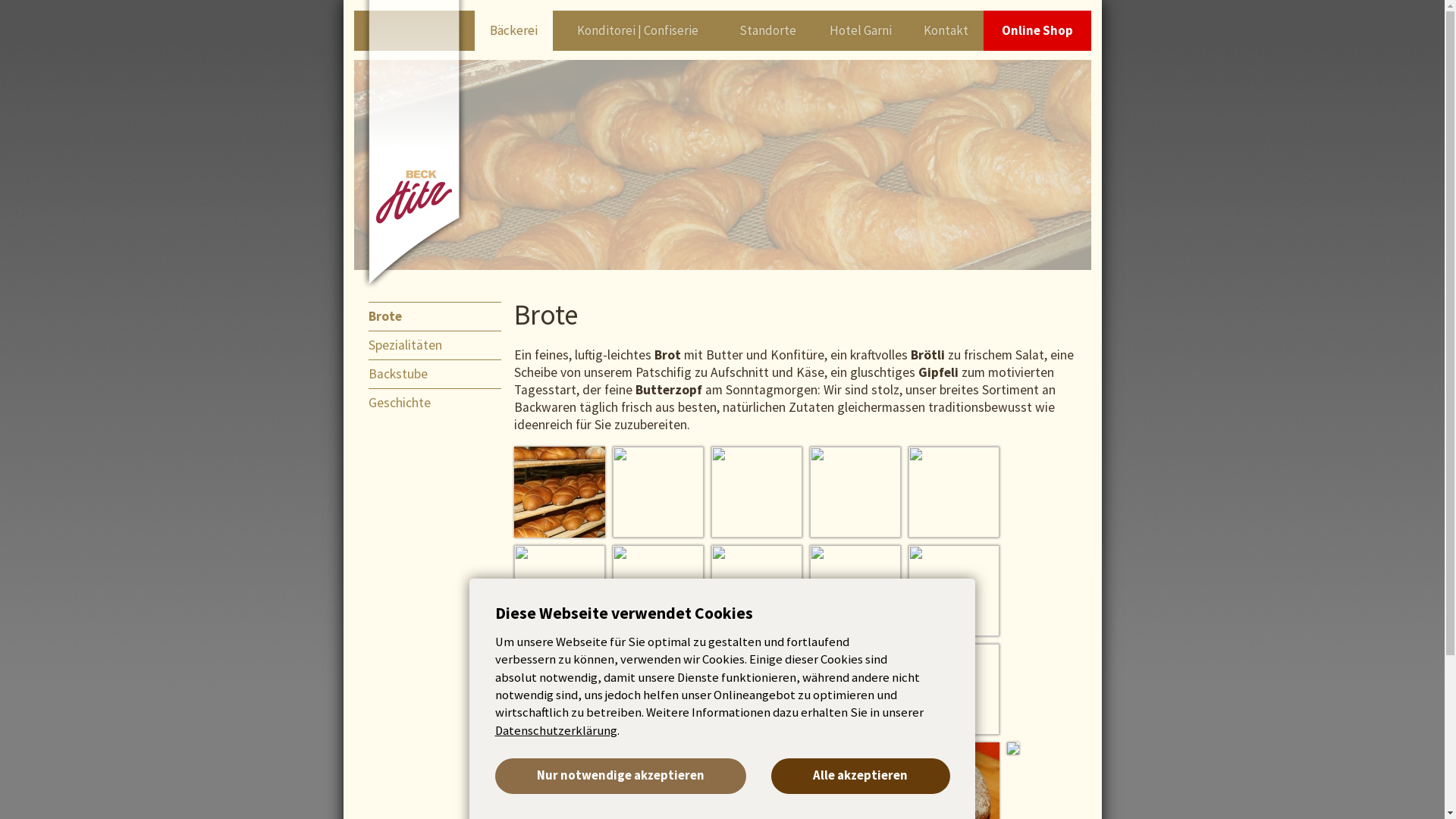  What do you see at coordinates (441, 402) in the screenshot?
I see `'Geschichte'` at bounding box center [441, 402].